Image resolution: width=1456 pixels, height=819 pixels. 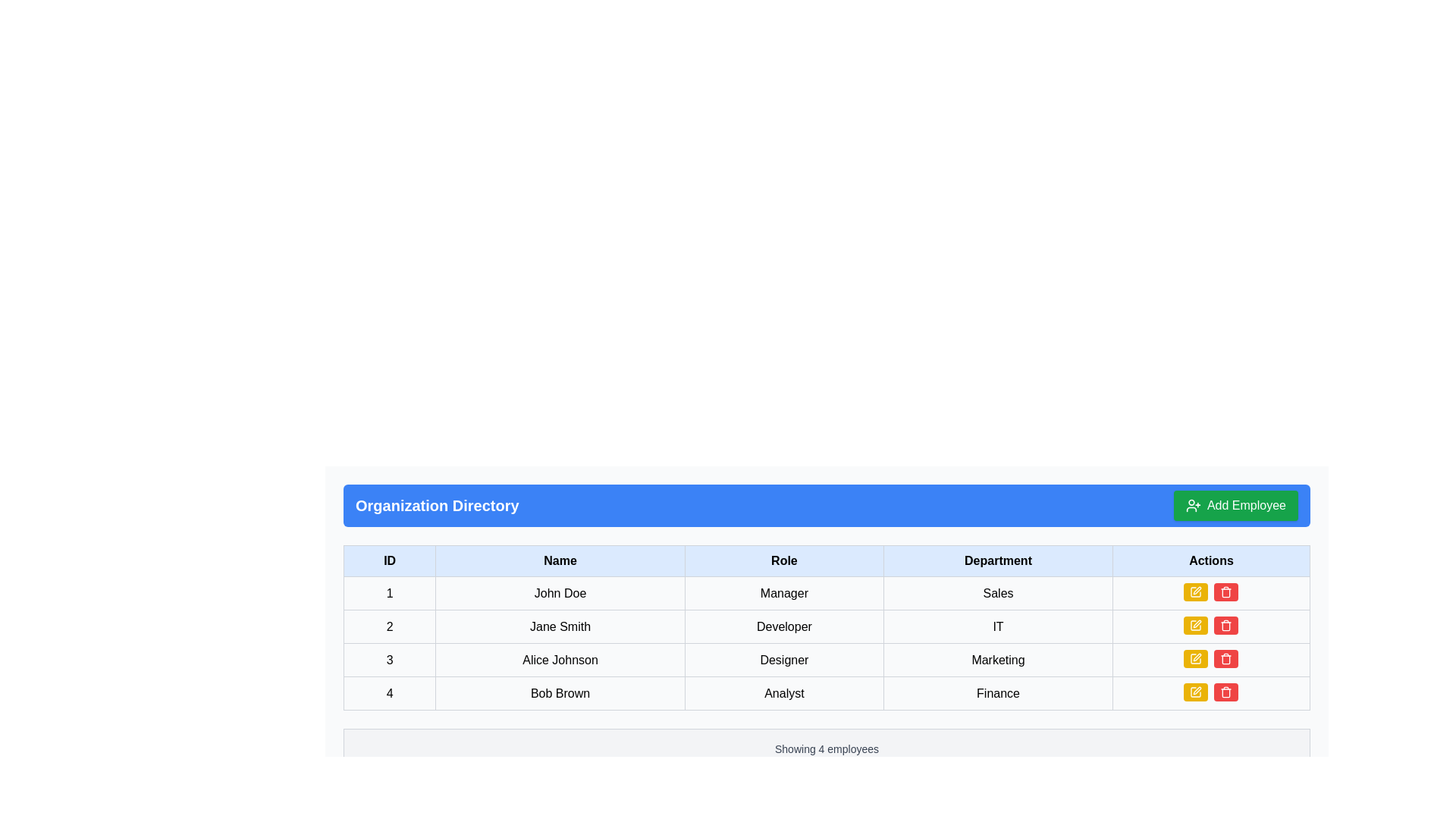 What do you see at coordinates (826, 748) in the screenshot?
I see `the status indicator text box at the bottom of the organization directory table` at bounding box center [826, 748].